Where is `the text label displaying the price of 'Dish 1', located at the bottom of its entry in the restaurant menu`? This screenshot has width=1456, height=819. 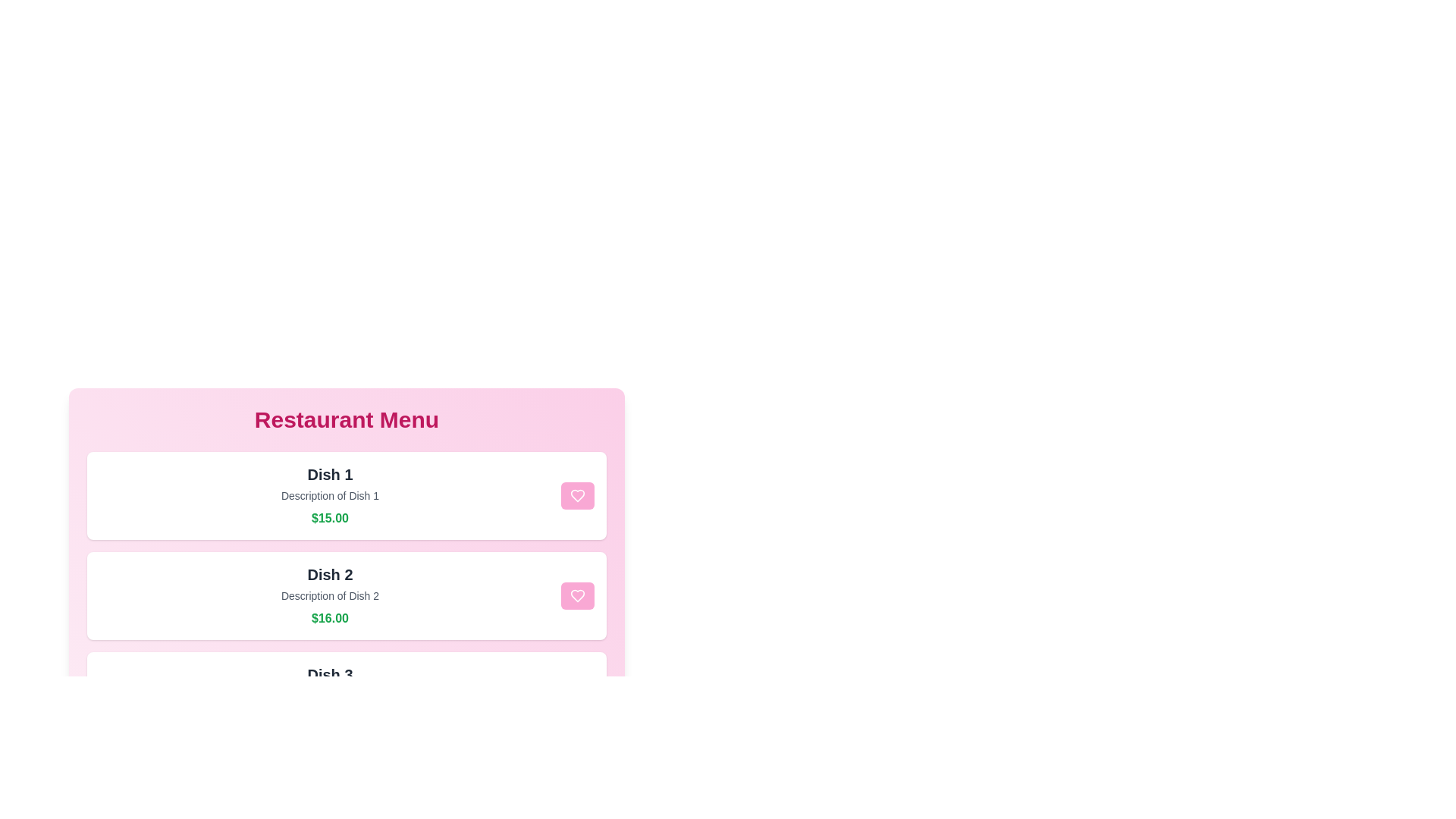
the text label displaying the price of 'Dish 1', located at the bottom of its entry in the restaurant menu is located at coordinates (329, 517).